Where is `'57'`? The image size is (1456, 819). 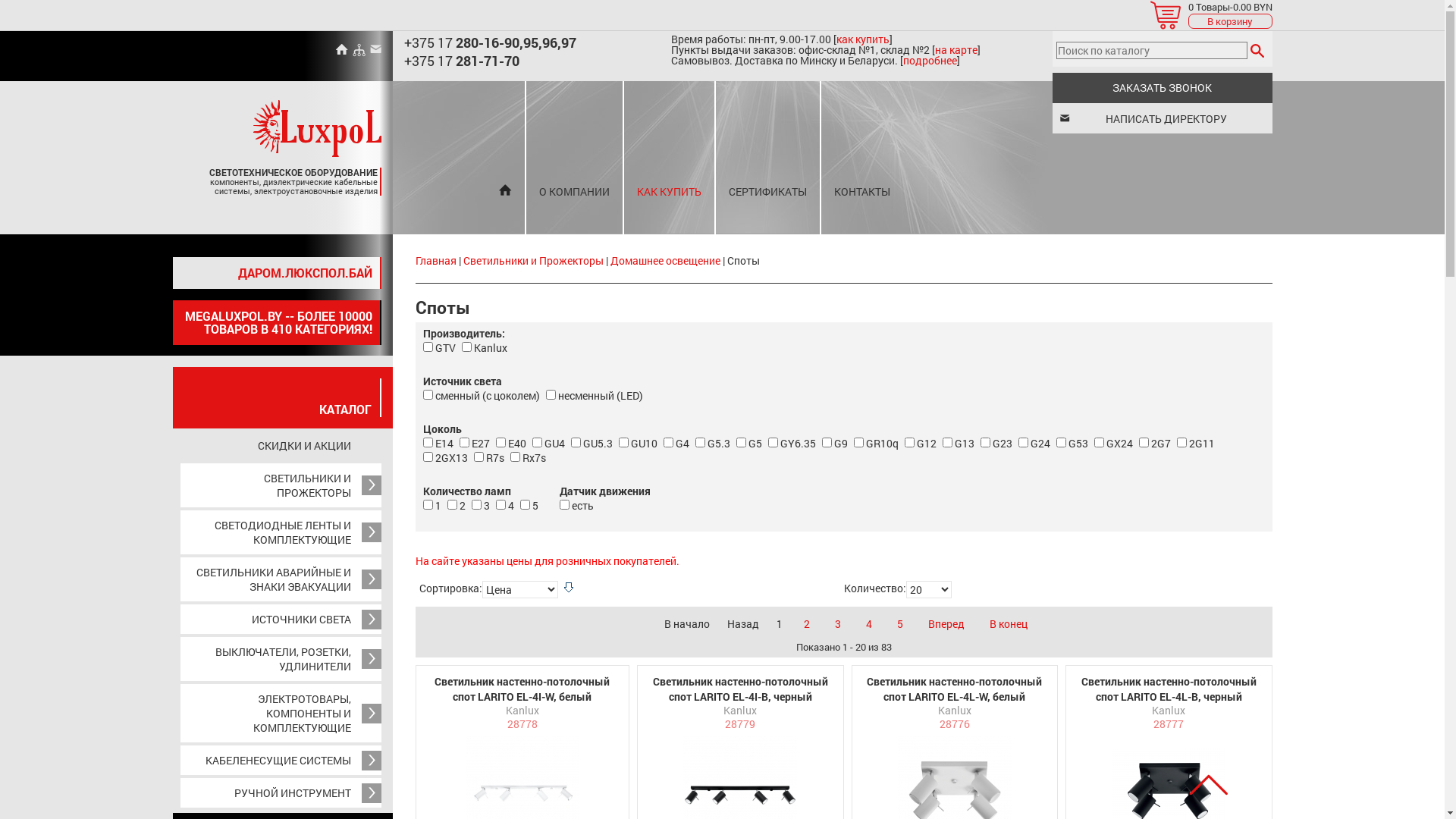 '57' is located at coordinates (475, 504).